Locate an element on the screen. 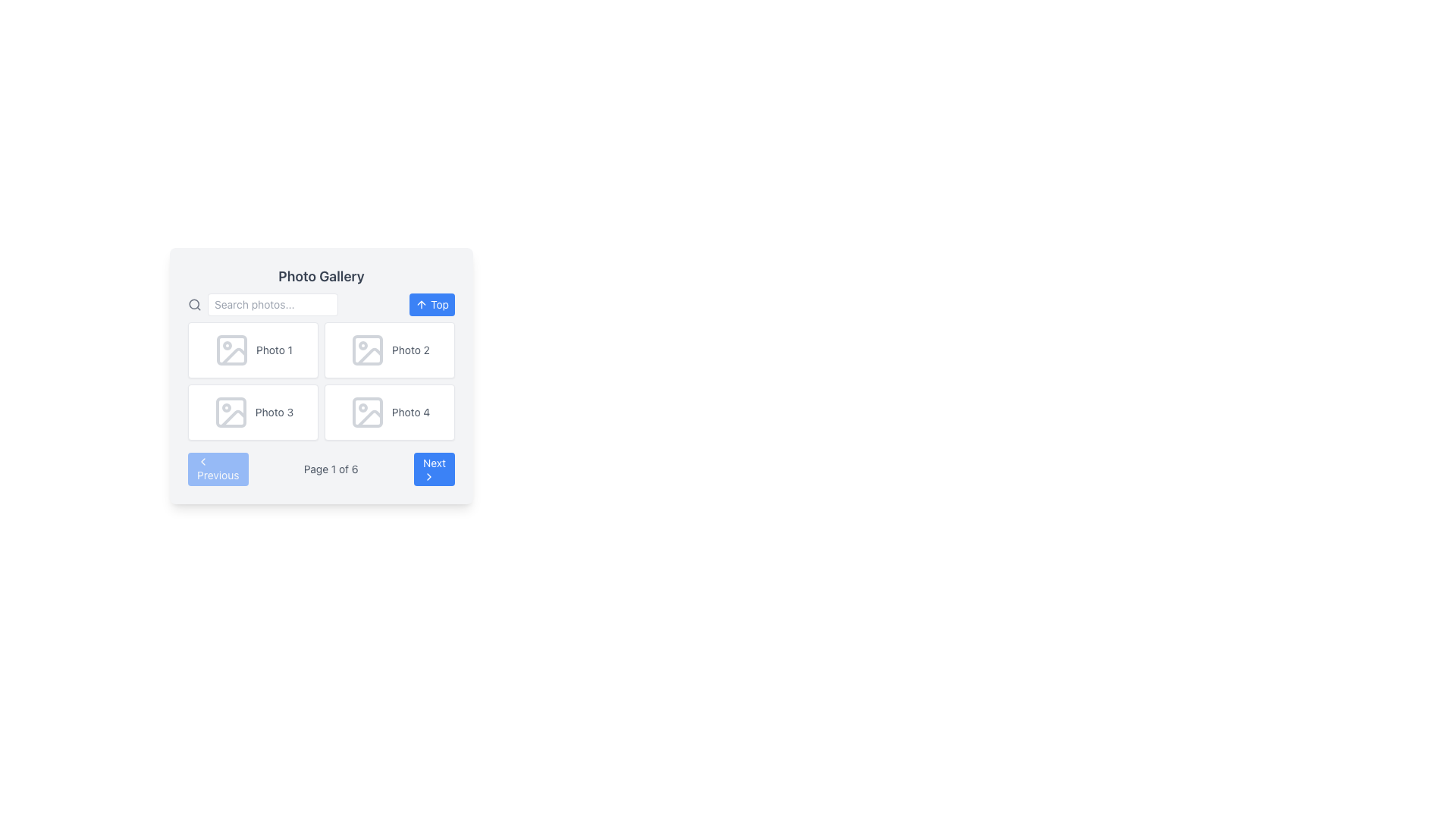 This screenshot has width=1456, height=819. the scroll-to-top button located in the upper-right corner of the 'Photo Gallery' panel is located at coordinates (431, 304).